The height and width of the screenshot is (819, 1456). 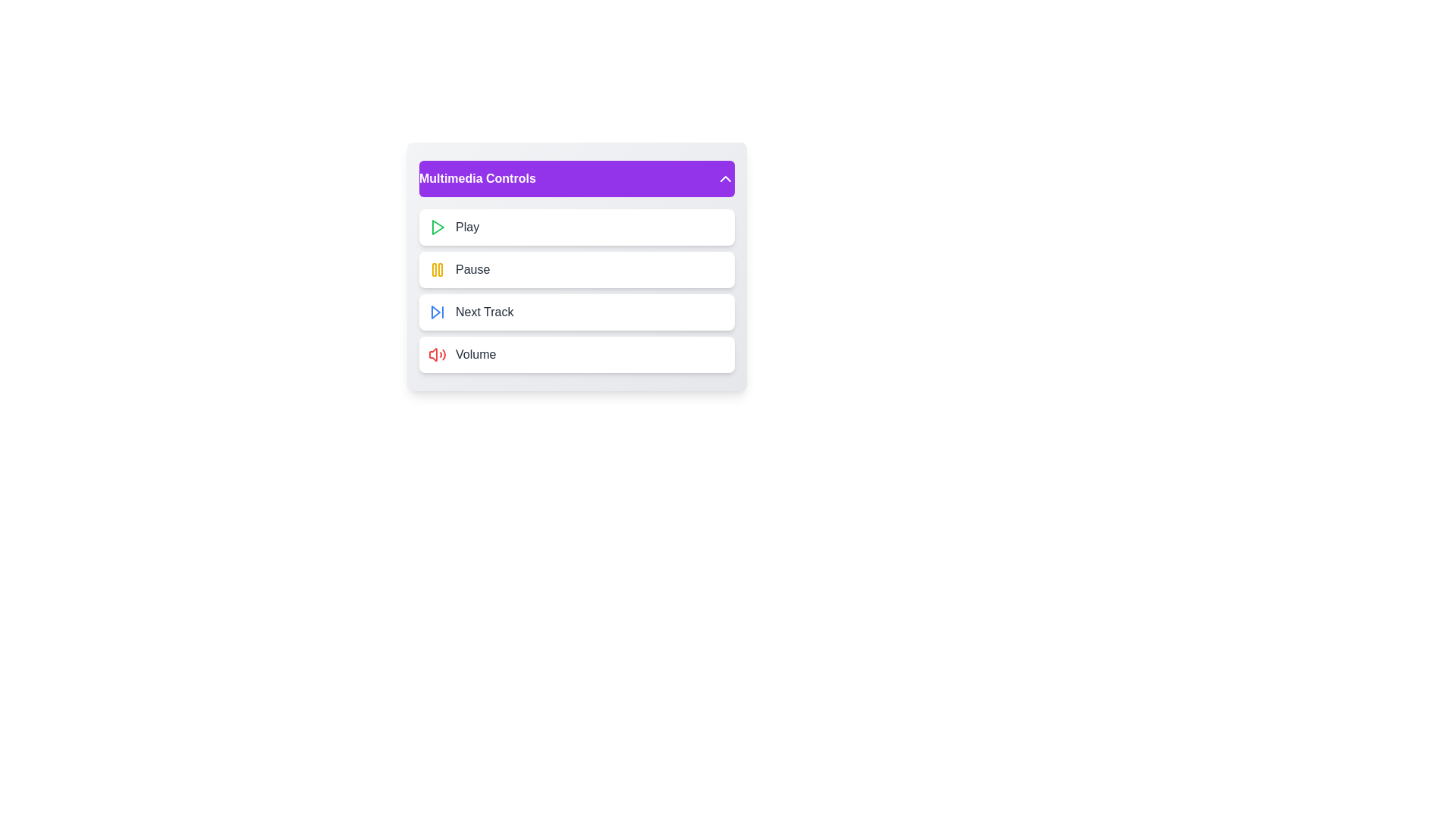 What do you see at coordinates (576, 227) in the screenshot?
I see `the 'Play' button in the Multimedia Controls` at bounding box center [576, 227].